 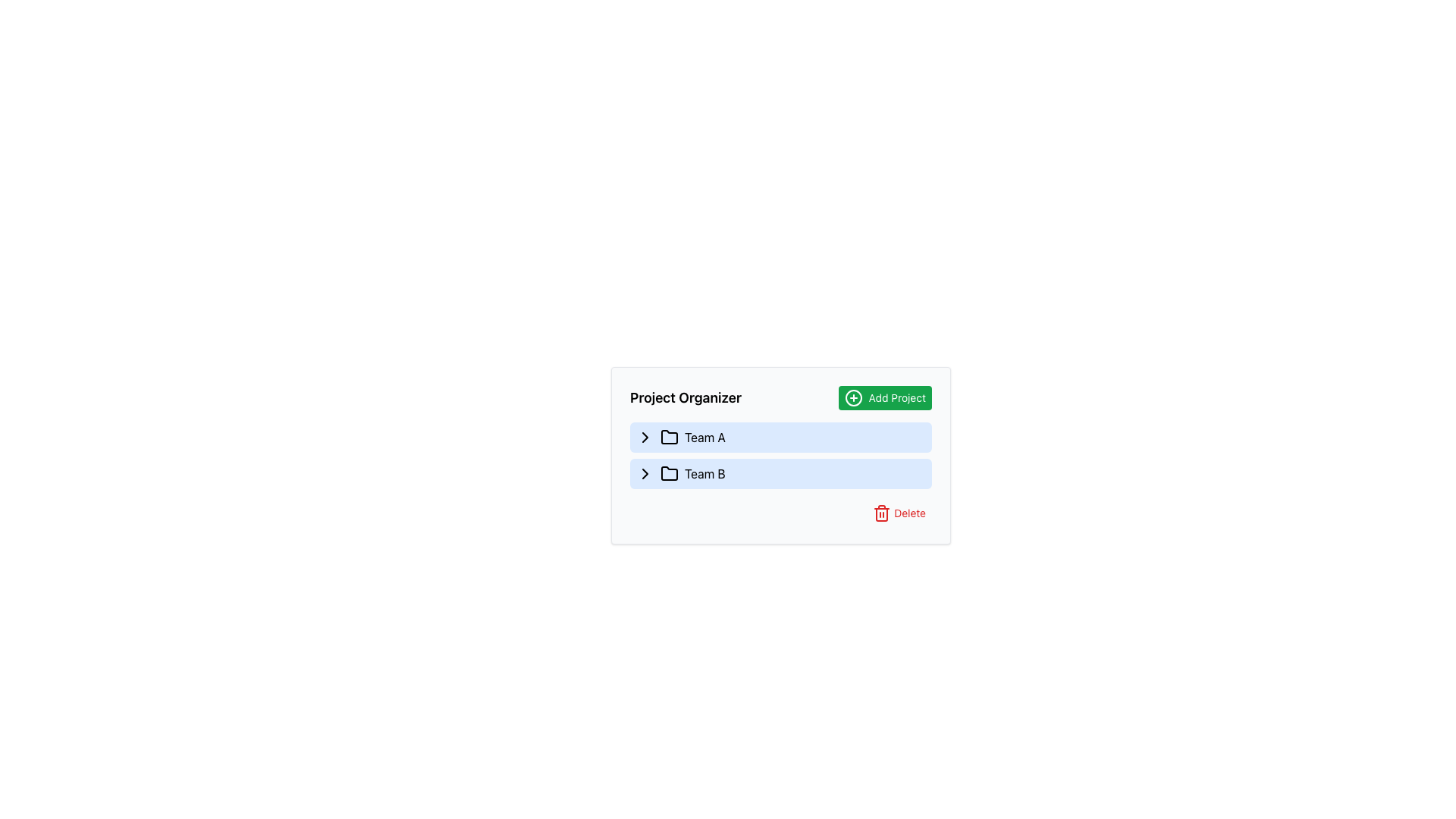 What do you see at coordinates (669, 438) in the screenshot?
I see `the second folder icon in the 'Team A' section, which indicates its hierarchical structure or contents` at bounding box center [669, 438].